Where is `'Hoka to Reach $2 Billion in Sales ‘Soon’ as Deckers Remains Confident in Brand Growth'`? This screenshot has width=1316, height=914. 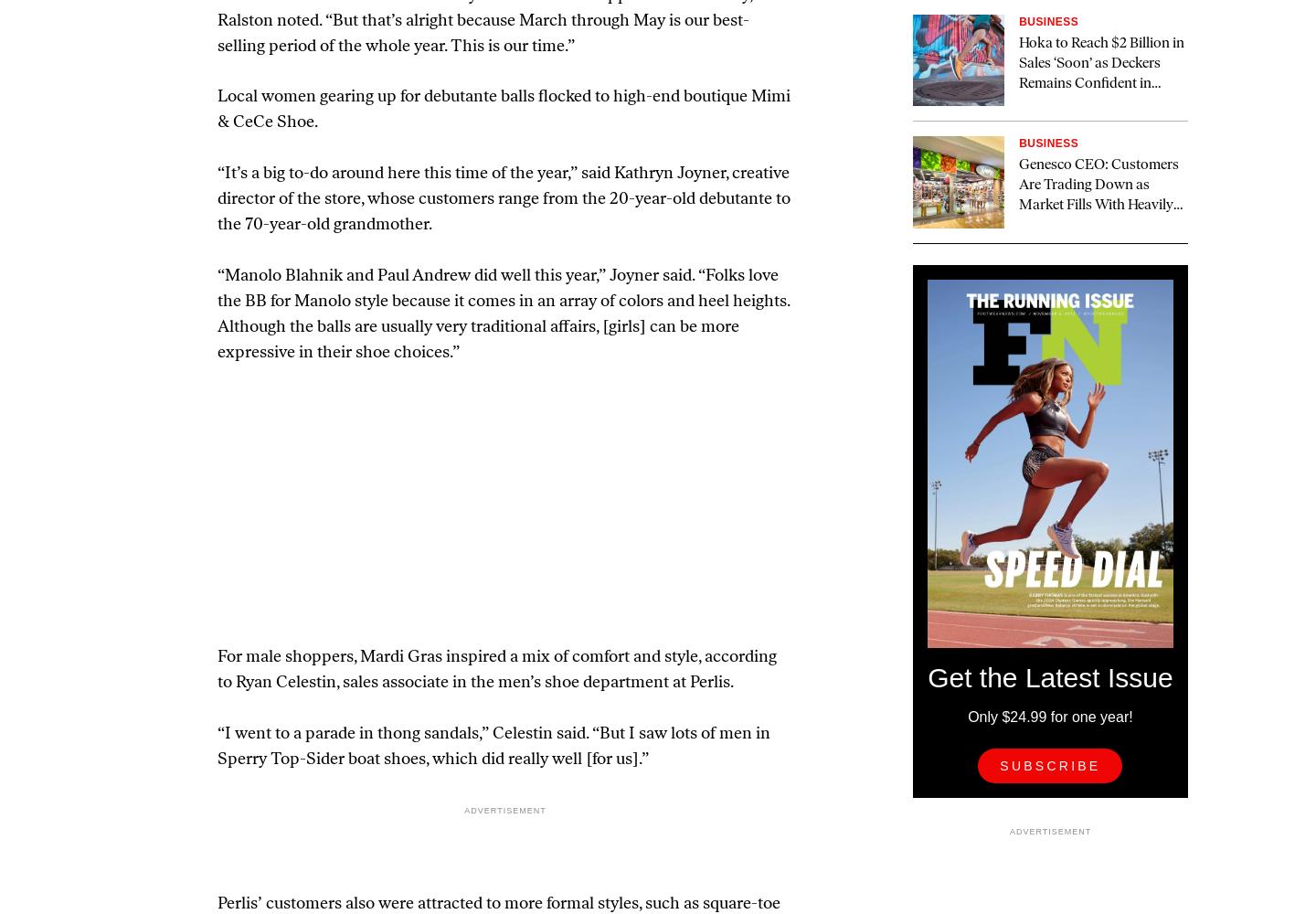
'Hoka to Reach $2 Billion in Sales ‘Soon’ as Deckers Remains Confident in Brand Growth' is located at coordinates (1100, 73).